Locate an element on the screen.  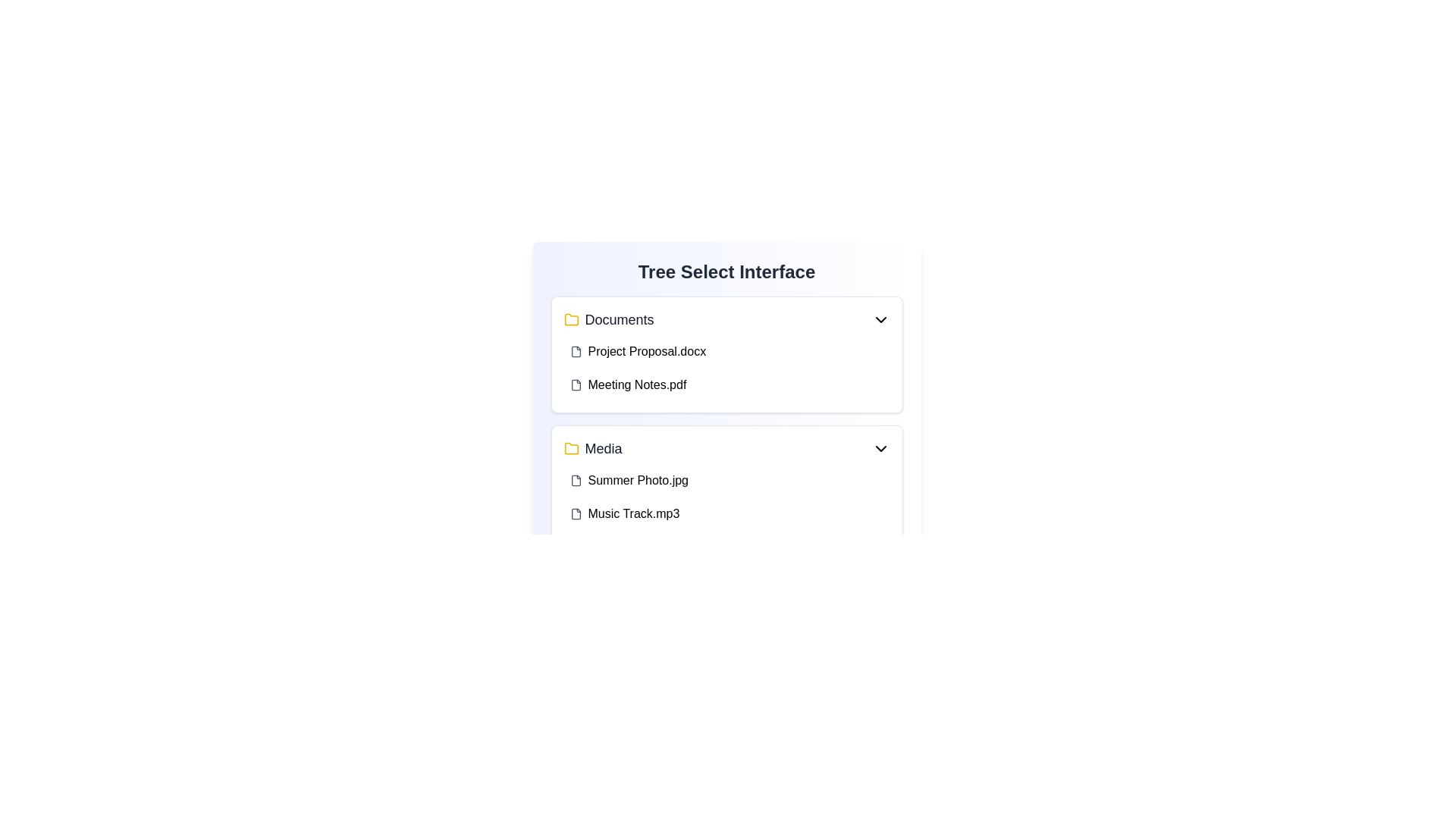
the second list item labeled 'Meeting Notes.pdf' under the 'Documents' section is located at coordinates (726, 369).